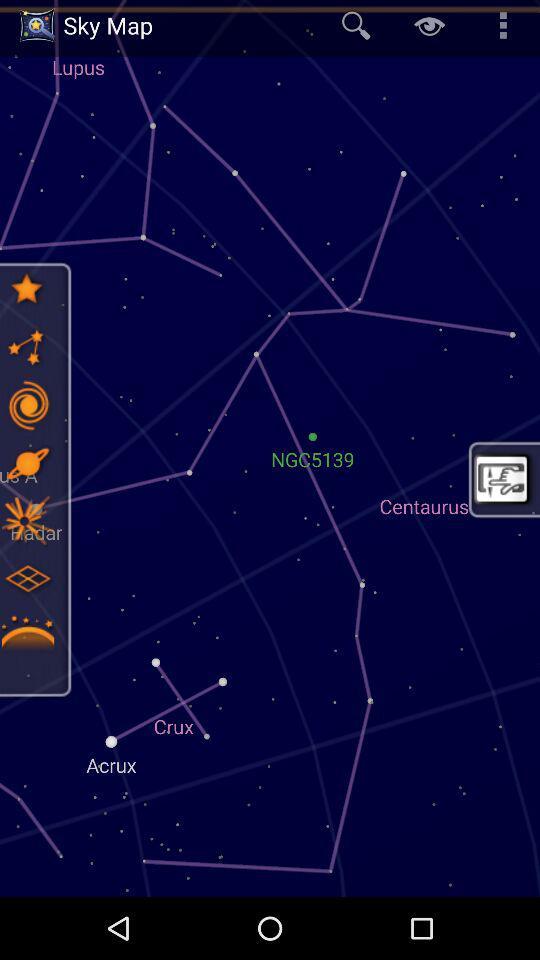  Describe the element at coordinates (26, 347) in the screenshot. I see `for star view` at that location.